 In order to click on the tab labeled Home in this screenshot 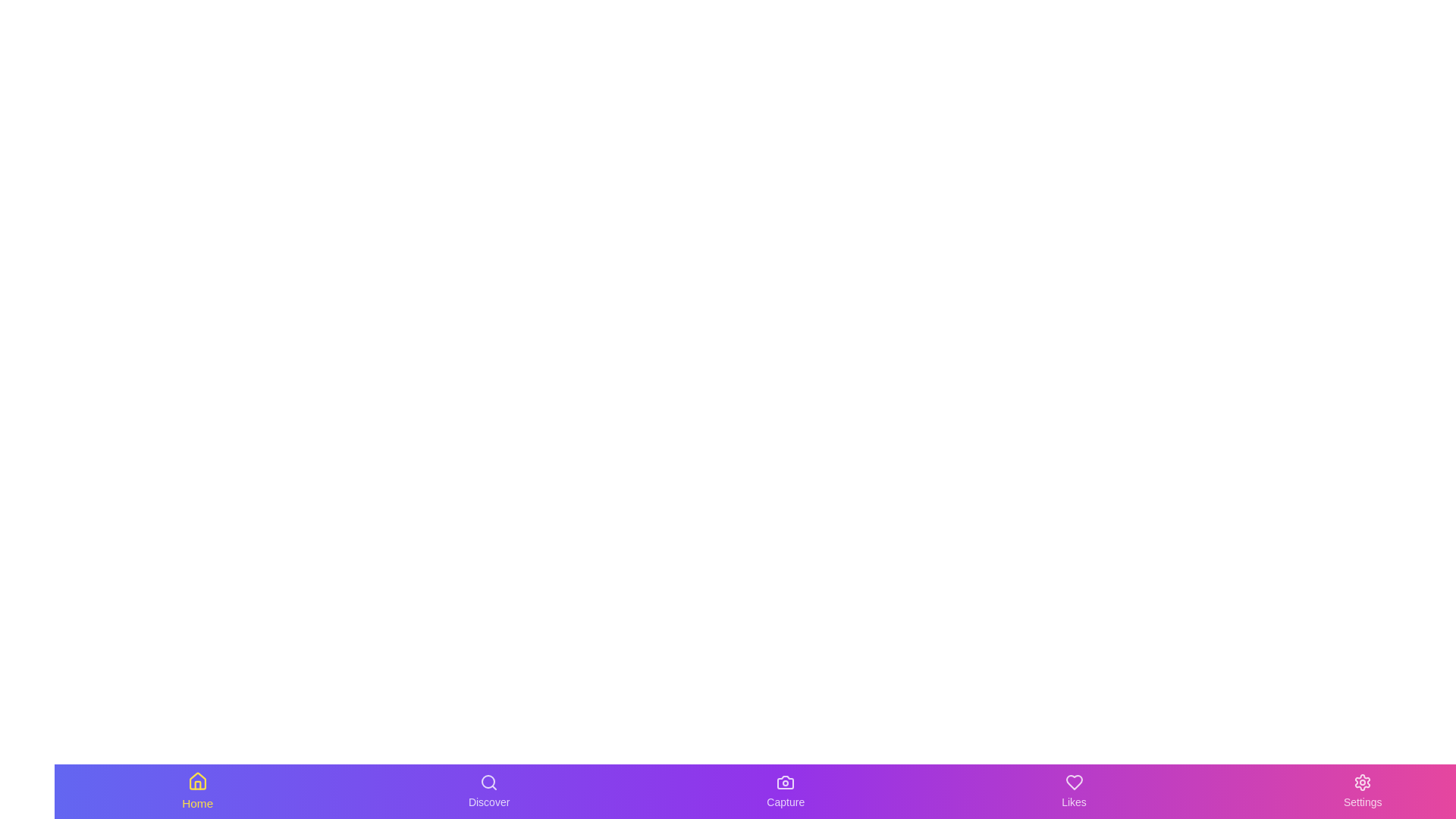, I will do `click(196, 791)`.